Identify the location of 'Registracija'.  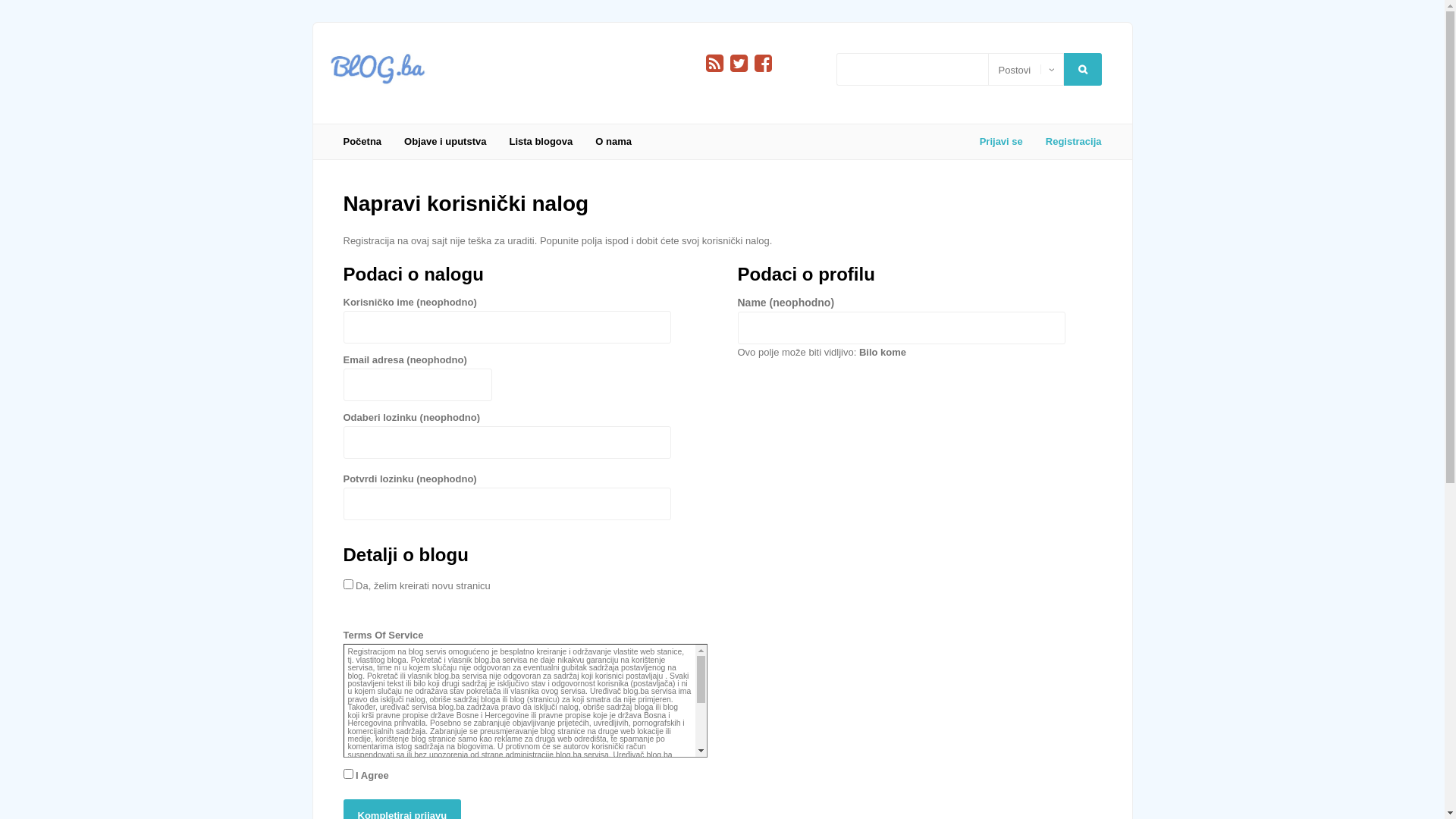
(1067, 141).